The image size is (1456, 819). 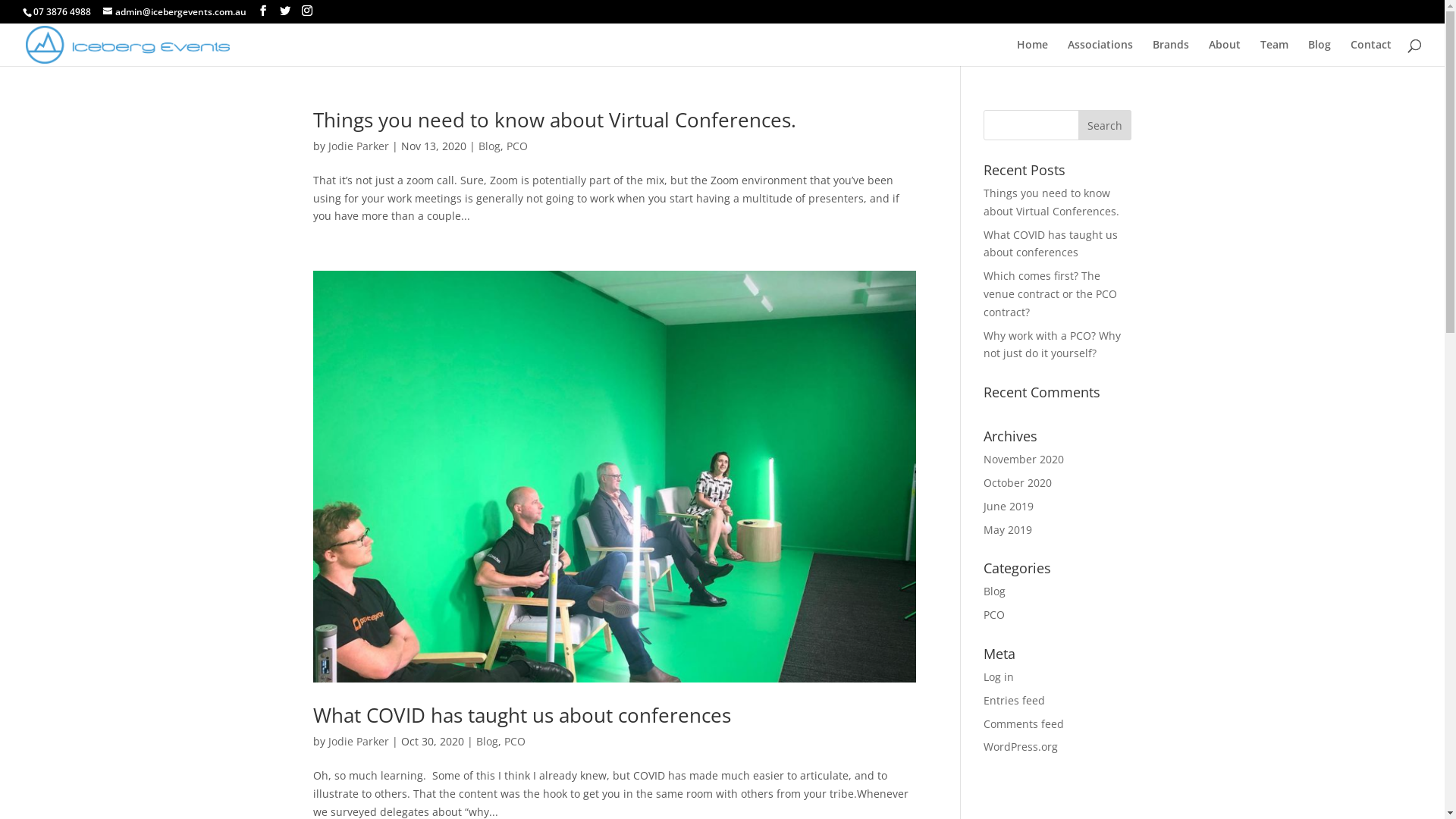 I want to click on 'Which comes first? The venue contract or the PCO contract?', so click(x=1050, y=293).